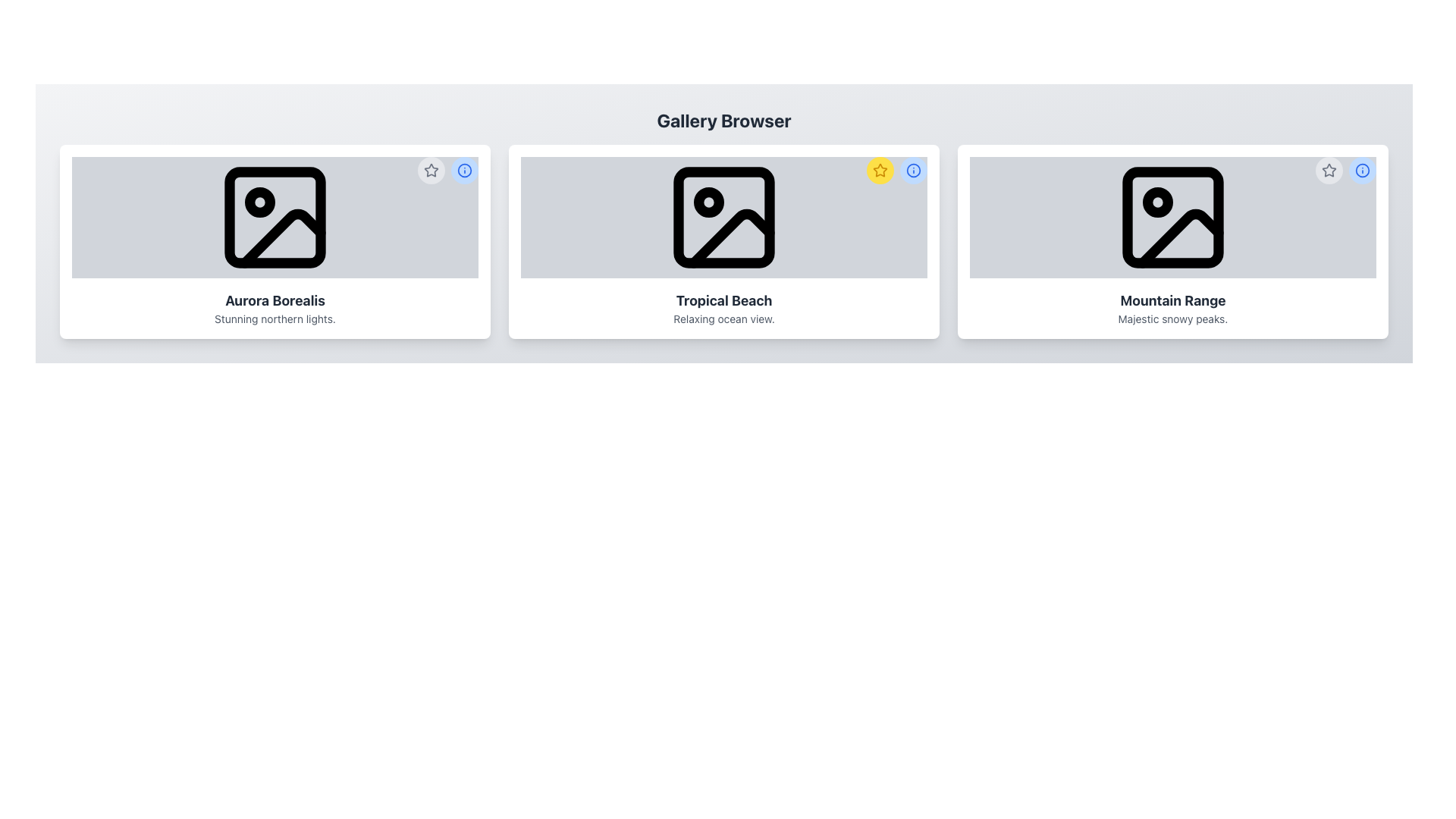 This screenshot has height=819, width=1456. I want to click on the circular button with a yellow background and a star-shaped icon located in the top-right corner of the 'Tropical Beach' card, so click(880, 170).